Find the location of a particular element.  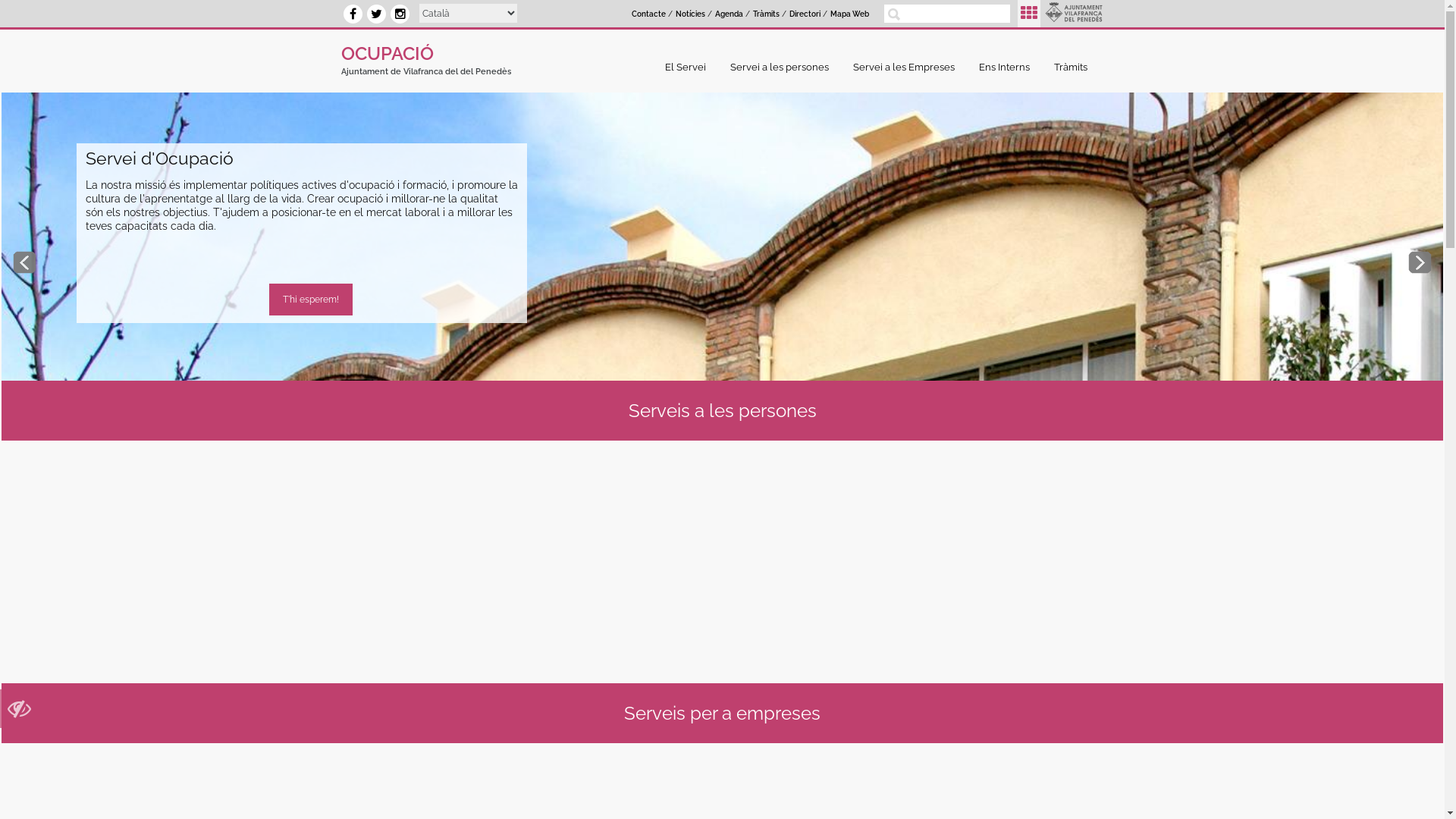

'Agenda' is located at coordinates (729, 14).